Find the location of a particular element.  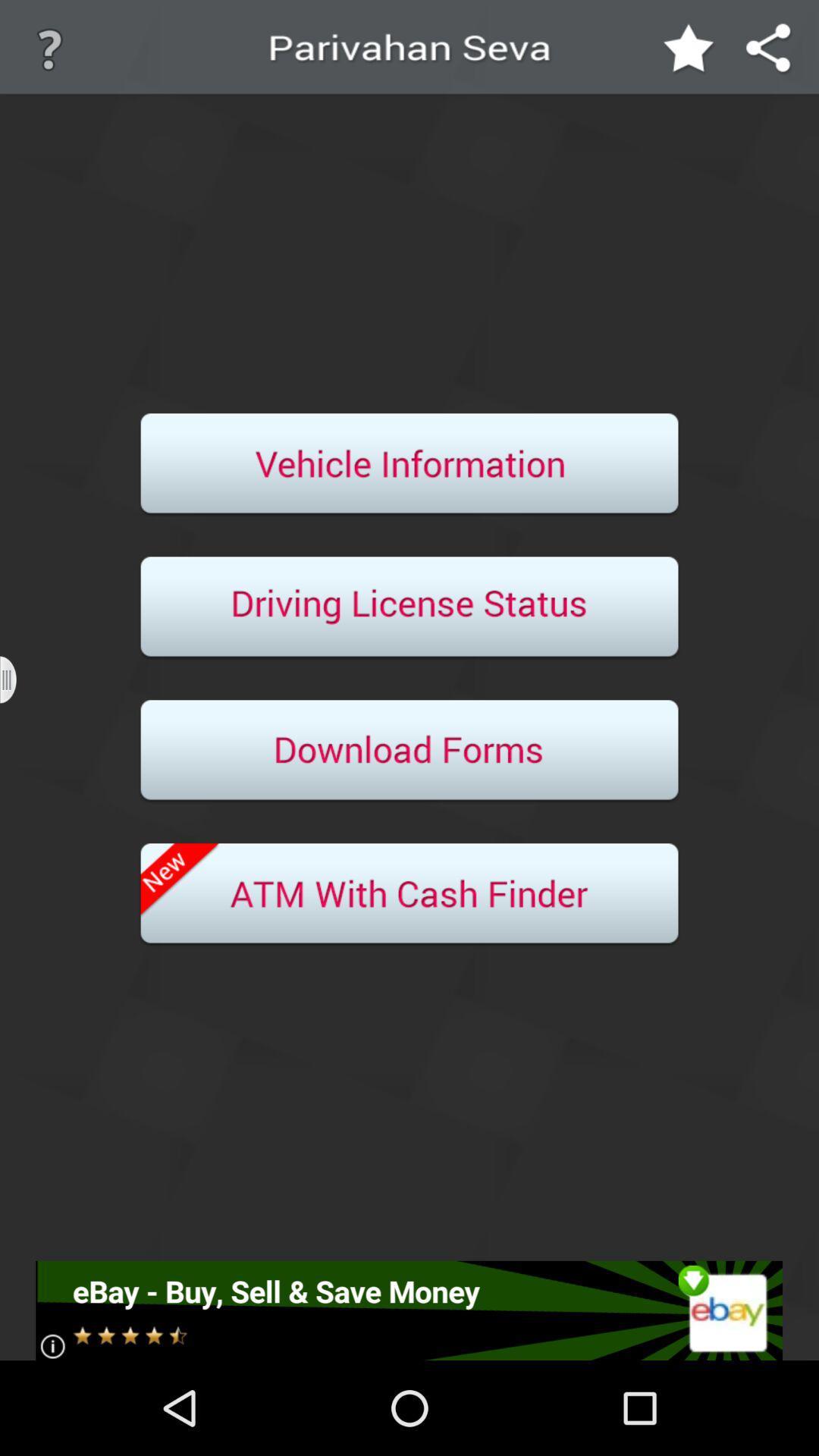

share with friends is located at coordinates (769, 49).